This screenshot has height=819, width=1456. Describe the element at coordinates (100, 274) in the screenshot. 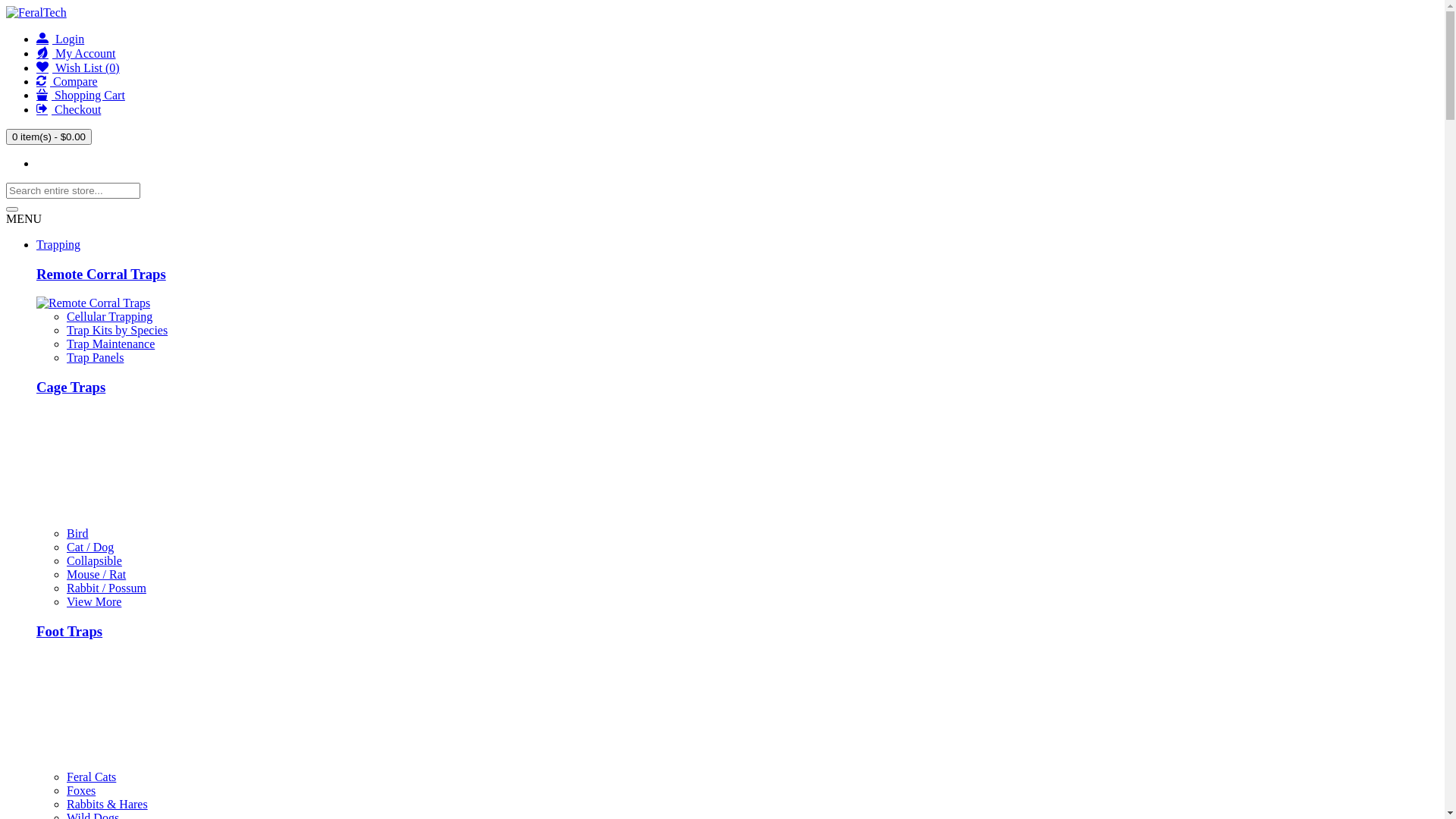

I see `'Remote Corral Traps'` at that location.